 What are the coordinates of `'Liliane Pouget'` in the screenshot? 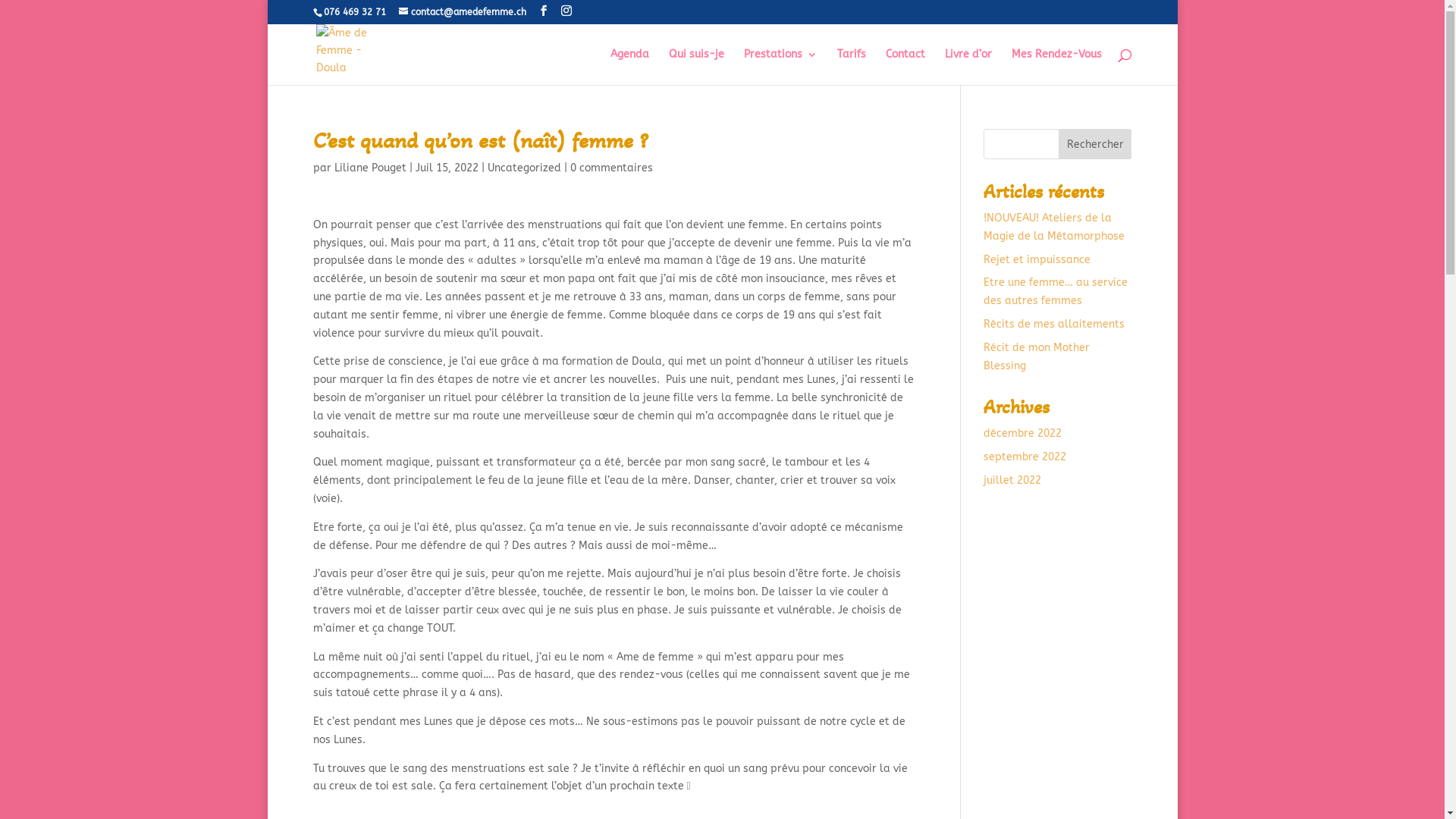 It's located at (369, 168).